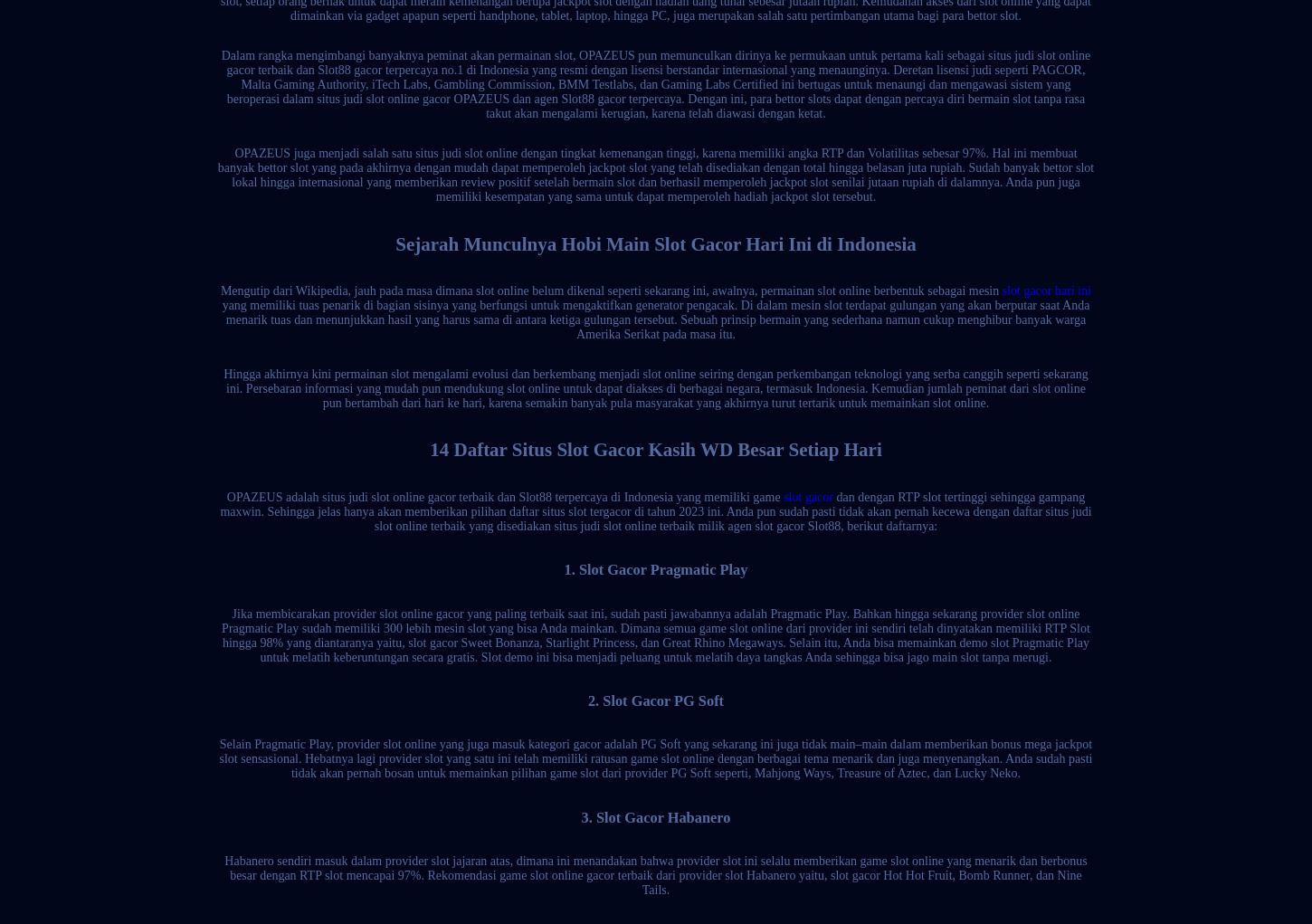 This screenshot has width=1312, height=924. I want to click on 'yang memiliki tuas penarik di bagian sisinya yang berfungsi untuk mengaktifkan generator pengacak. Di dalam mesin slot terdapat gulungan yang akan berputar saat Anda menarik tuas dan menunjukkan hasil yang harus sama di antara ketiga gulungan tersebut. Sebuah prinsip bermain yang sederhana namun cukup menghibur banyak warga Amerika Serikat pada masa itu.', so click(654, 319).